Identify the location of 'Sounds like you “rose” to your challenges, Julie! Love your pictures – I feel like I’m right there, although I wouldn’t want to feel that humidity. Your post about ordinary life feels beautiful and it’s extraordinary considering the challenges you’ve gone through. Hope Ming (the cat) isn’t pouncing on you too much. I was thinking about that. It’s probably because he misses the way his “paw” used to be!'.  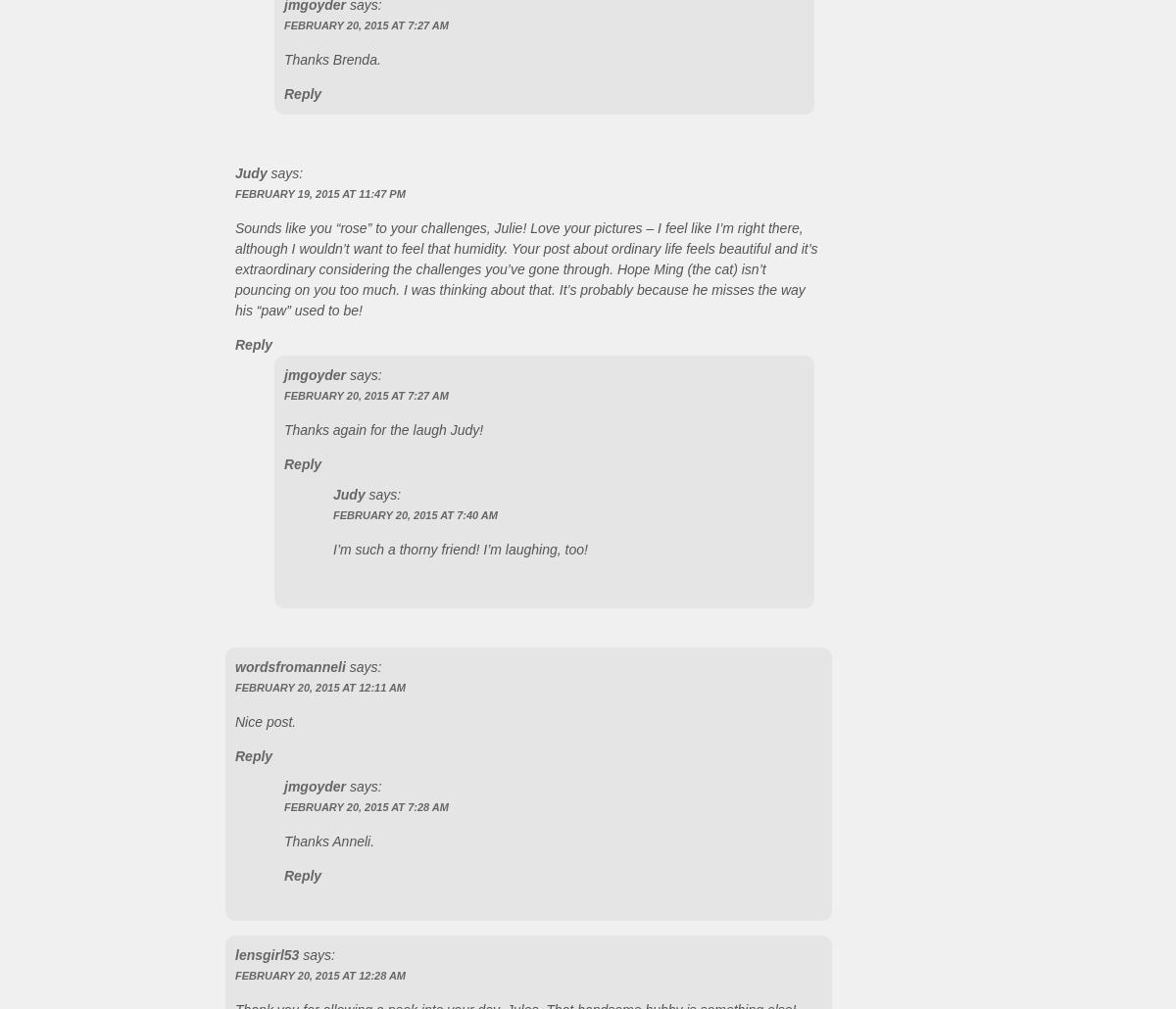
(234, 266).